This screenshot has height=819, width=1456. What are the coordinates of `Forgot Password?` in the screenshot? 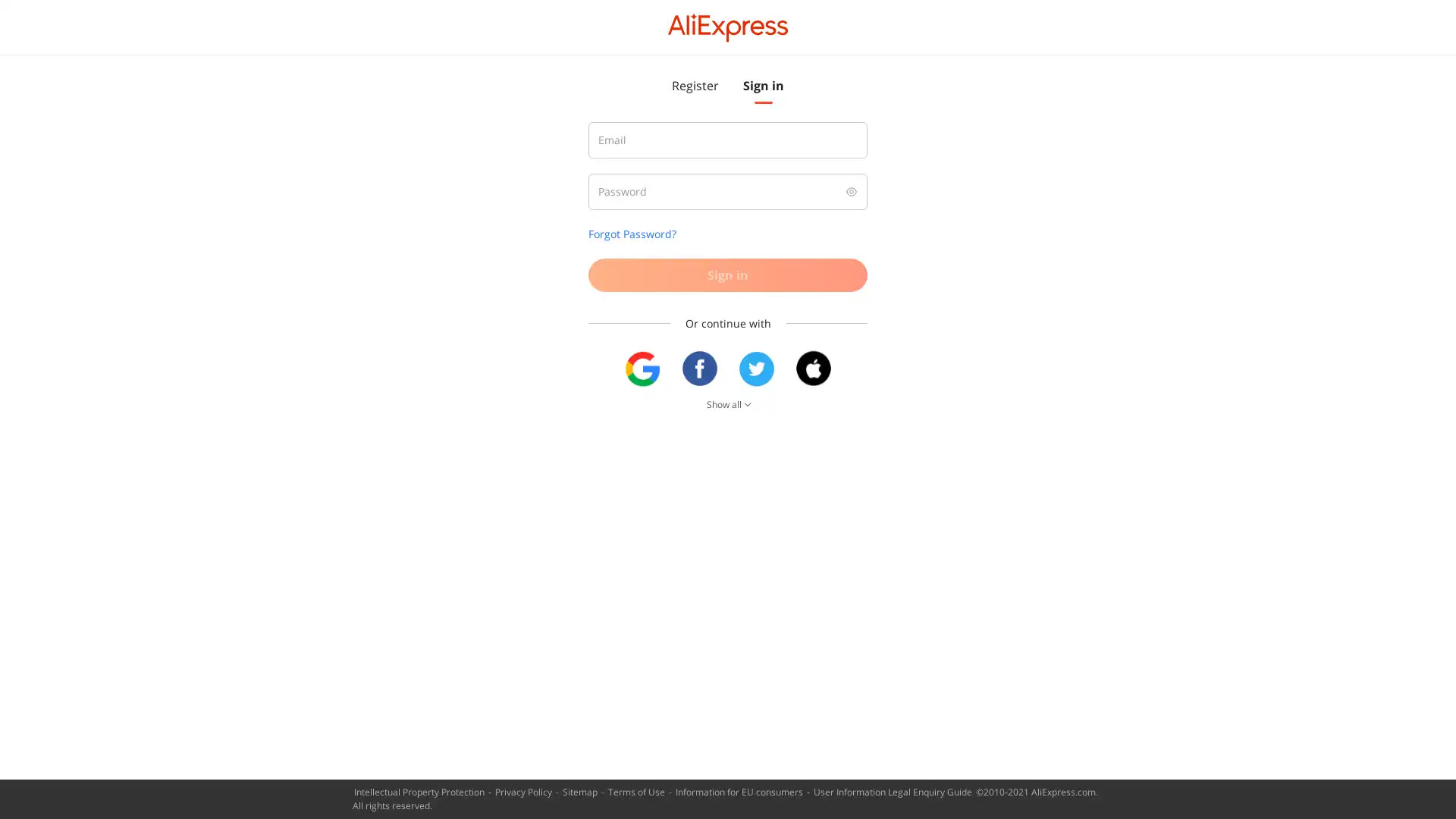 It's located at (632, 234).